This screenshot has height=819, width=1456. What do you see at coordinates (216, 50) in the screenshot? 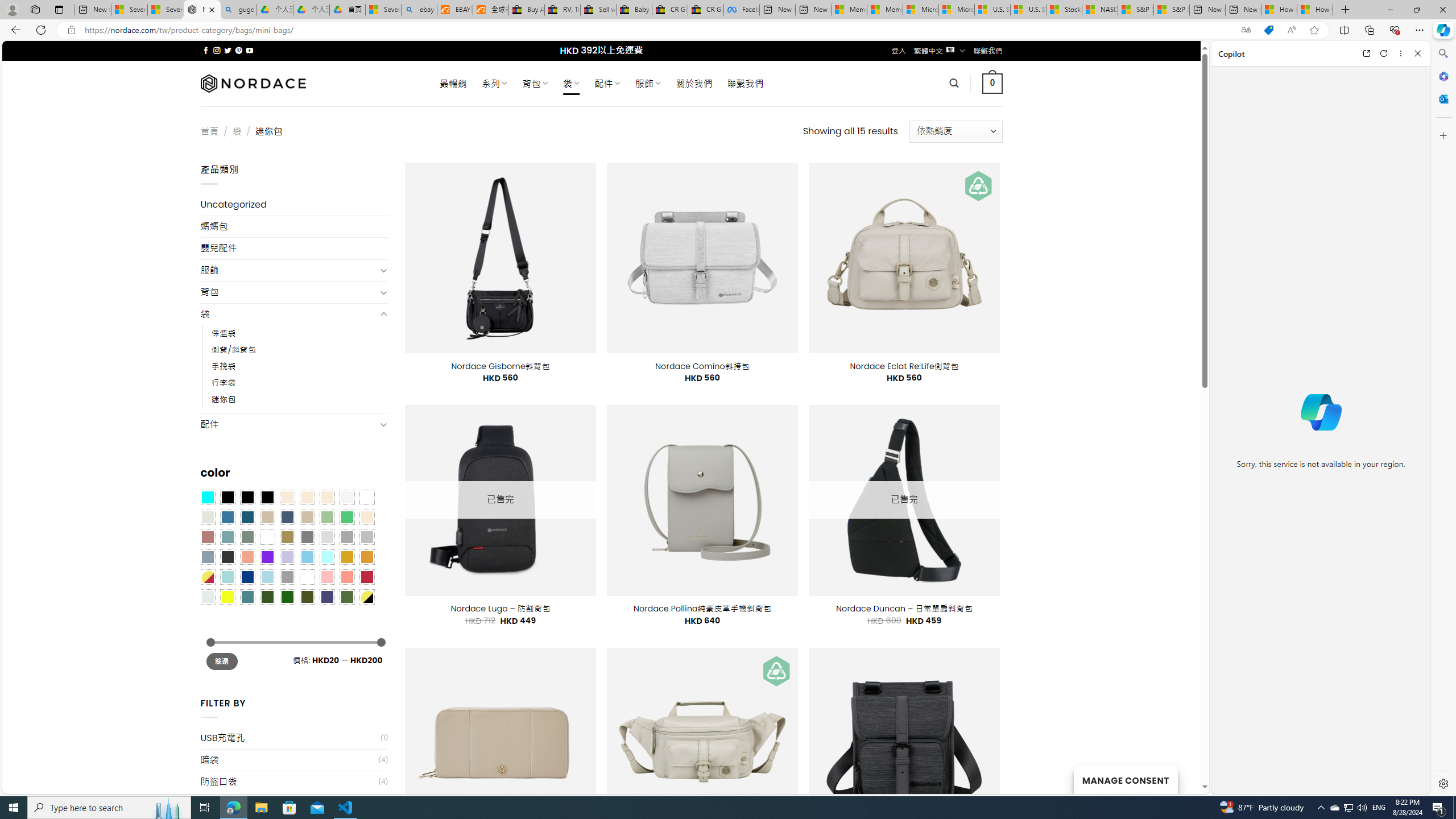
I see `'Follow on Instagram'` at bounding box center [216, 50].